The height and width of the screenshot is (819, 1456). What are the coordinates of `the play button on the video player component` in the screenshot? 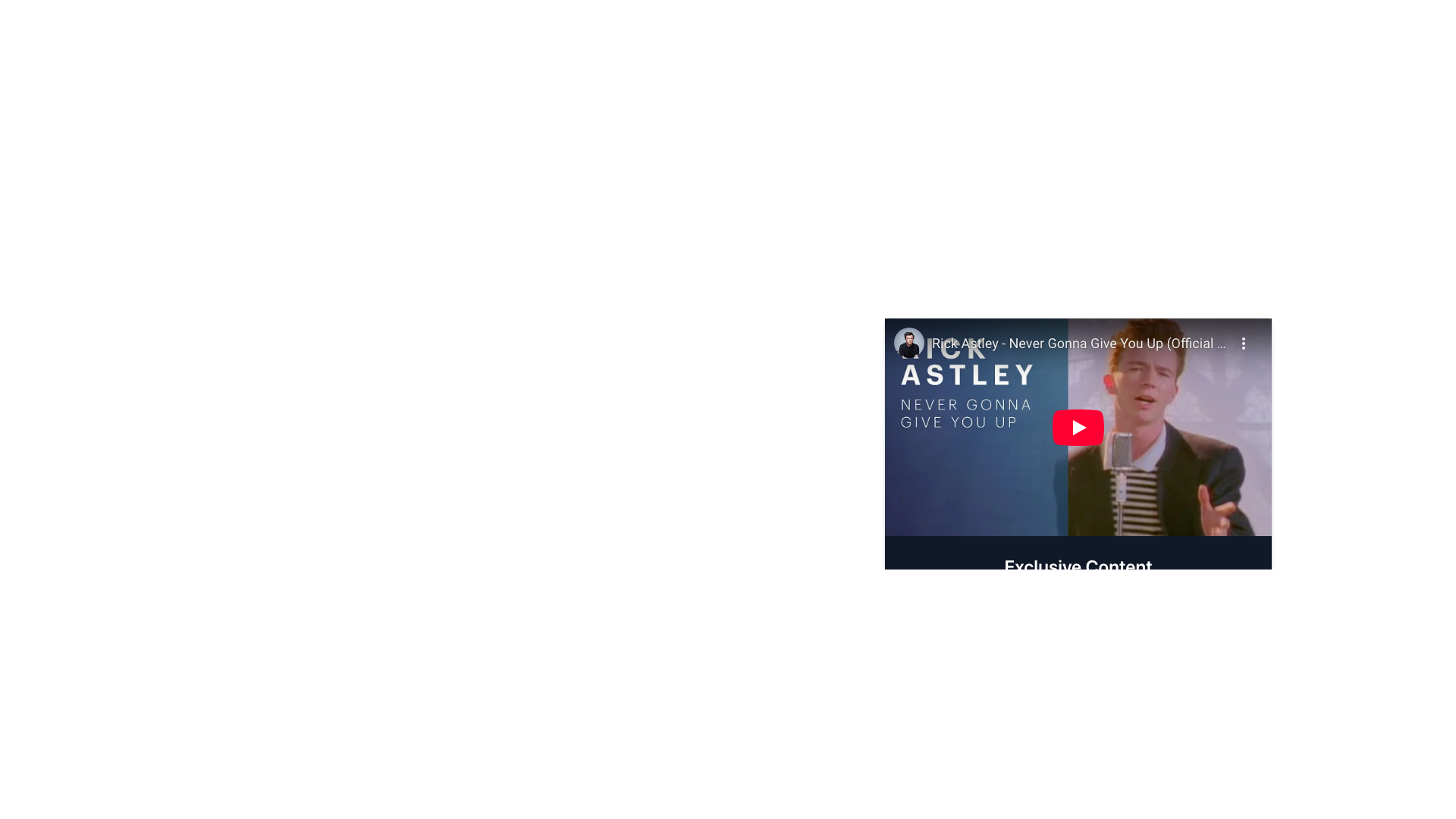 It's located at (1077, 427).